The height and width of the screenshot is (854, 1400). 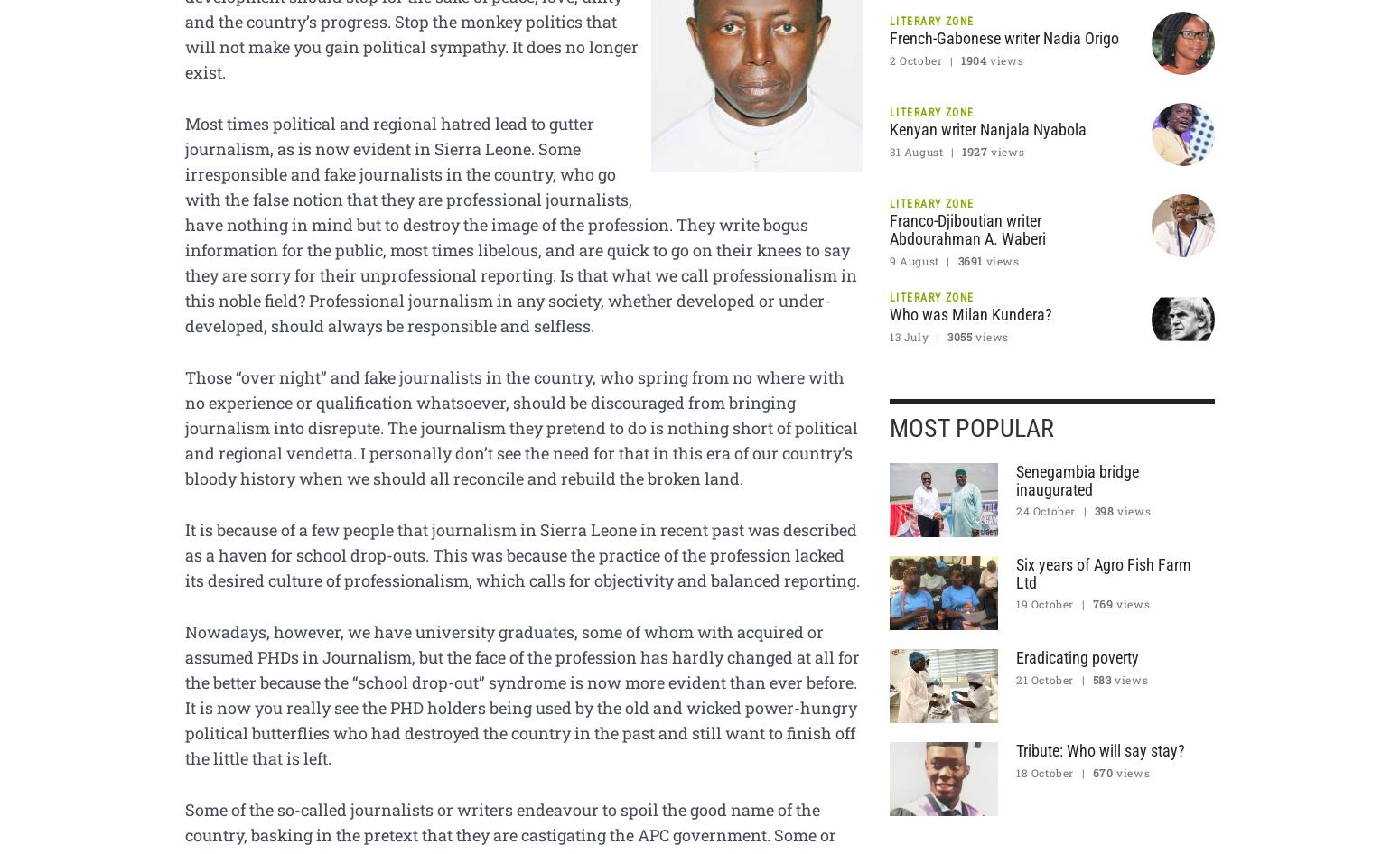 What do you see at coordinates (1078, 655) in the screenshot?
I see `'Eradicating poverty'` at bounding box center [1078, 655].